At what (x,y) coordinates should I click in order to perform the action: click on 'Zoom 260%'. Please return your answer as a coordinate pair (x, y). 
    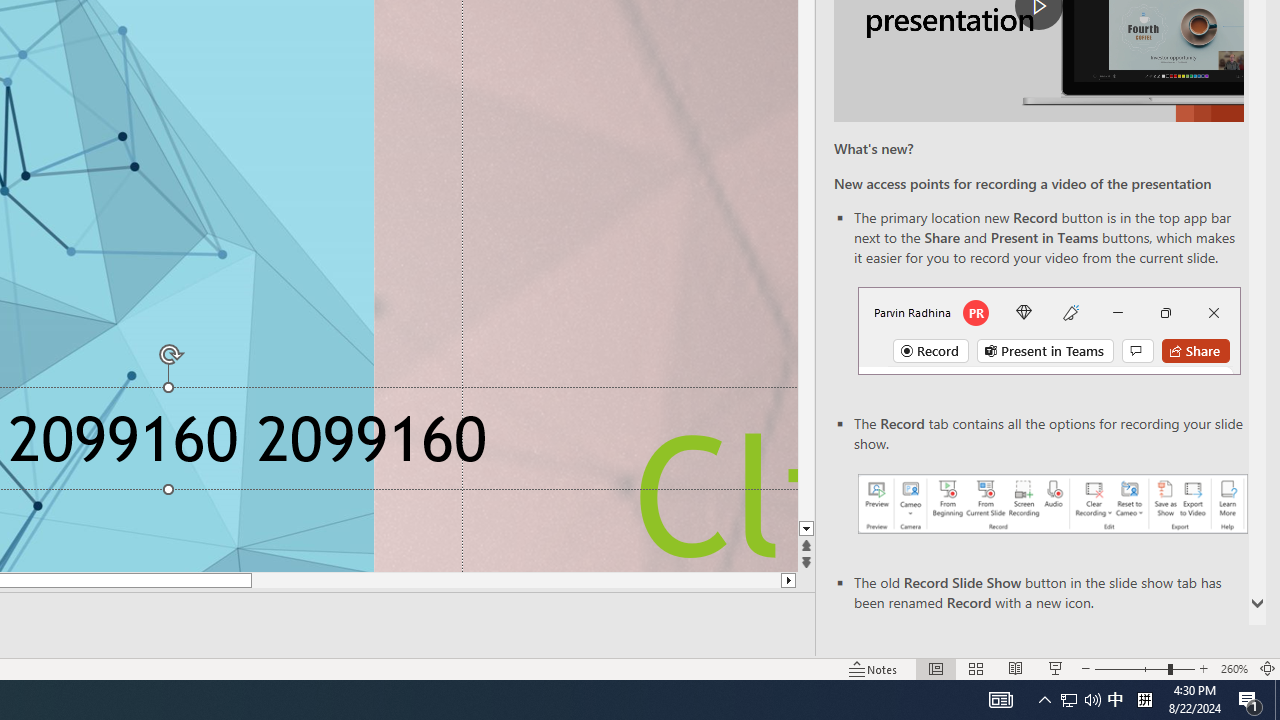
    Looking at the image, I should click on (1233, 669).